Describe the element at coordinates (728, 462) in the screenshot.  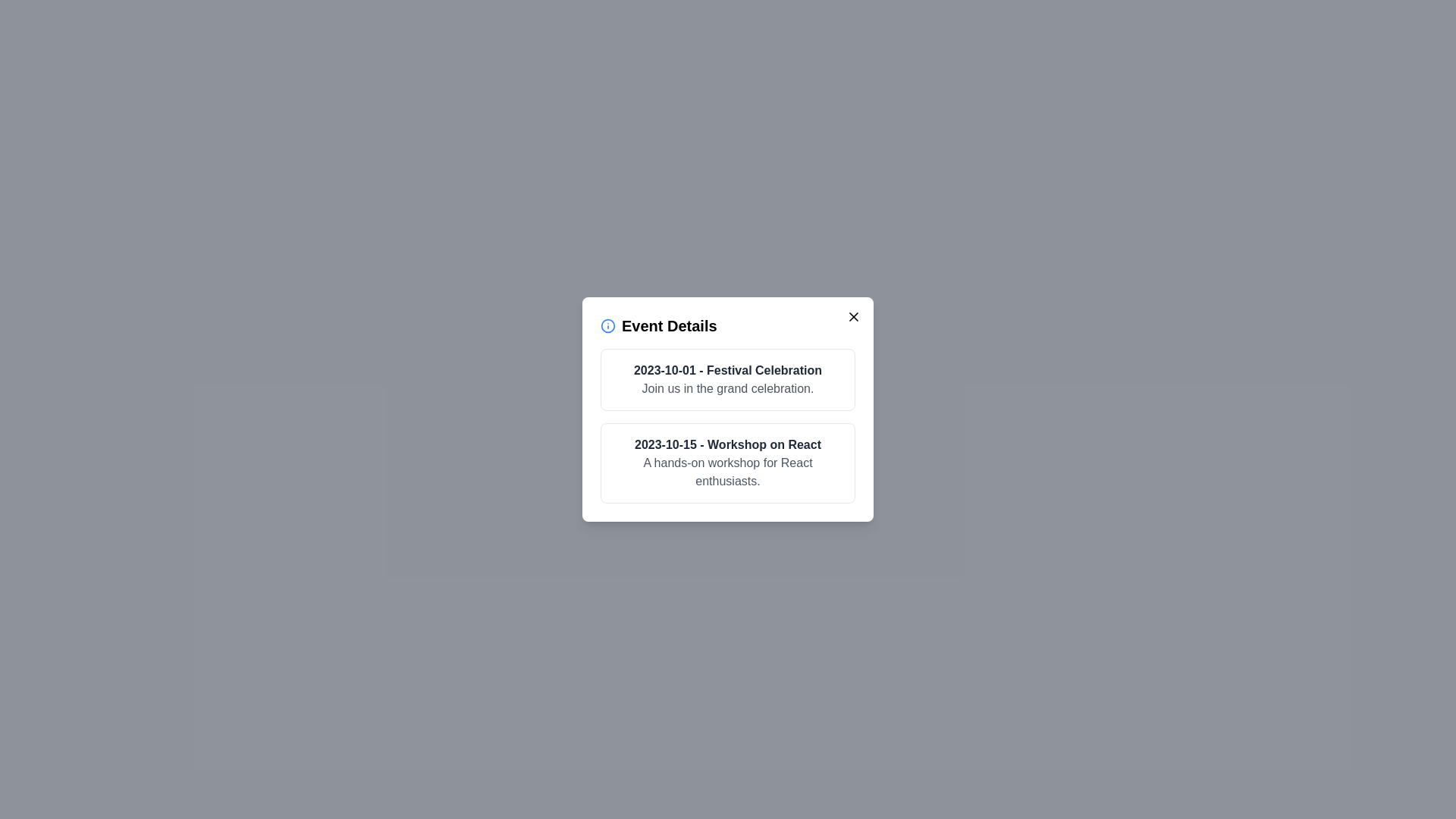
I see `the second event to inspect its details` at that location.